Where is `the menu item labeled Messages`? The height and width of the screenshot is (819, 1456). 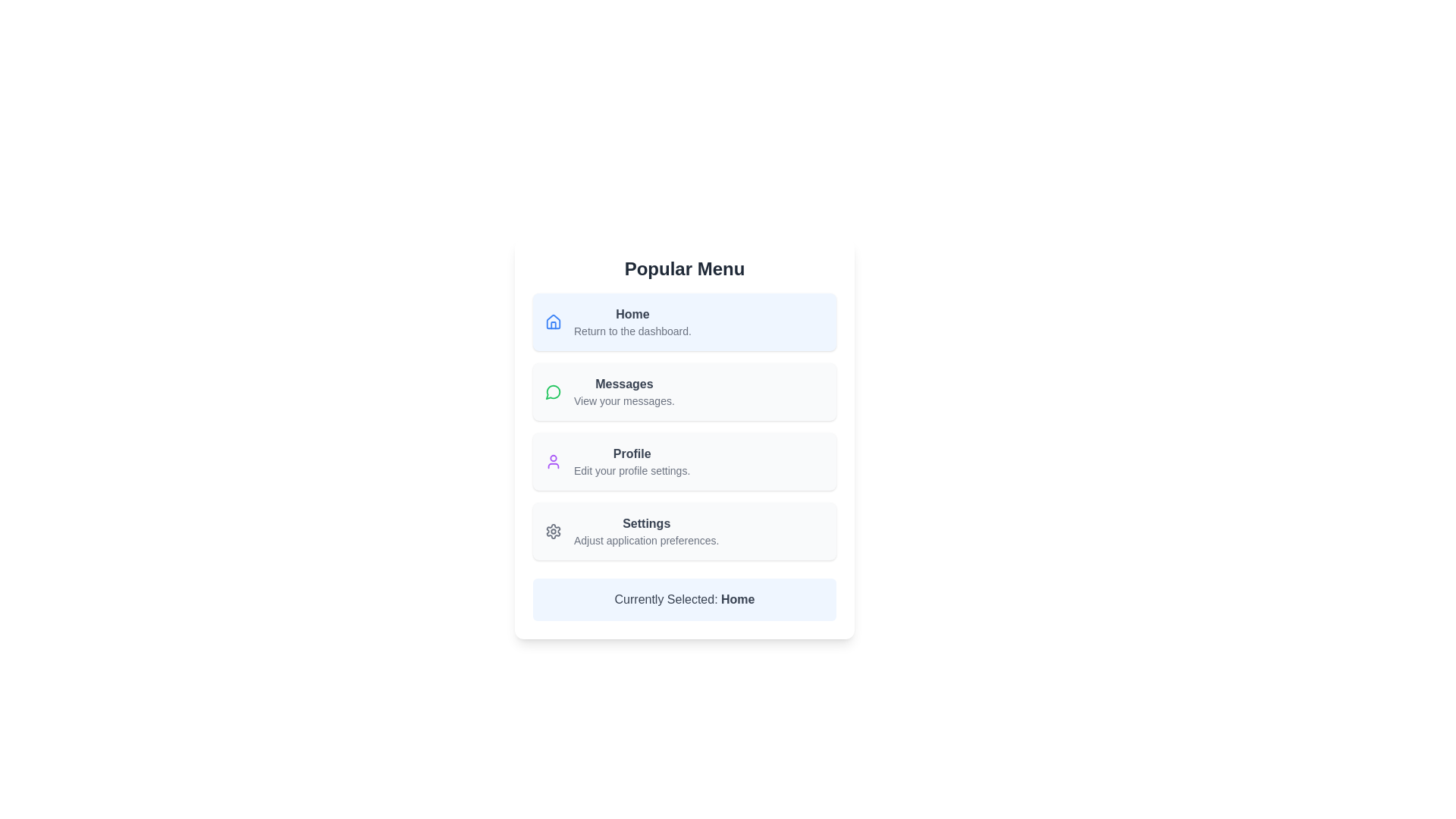
the menu item labeled Messages is located at coordinates (683, 391).